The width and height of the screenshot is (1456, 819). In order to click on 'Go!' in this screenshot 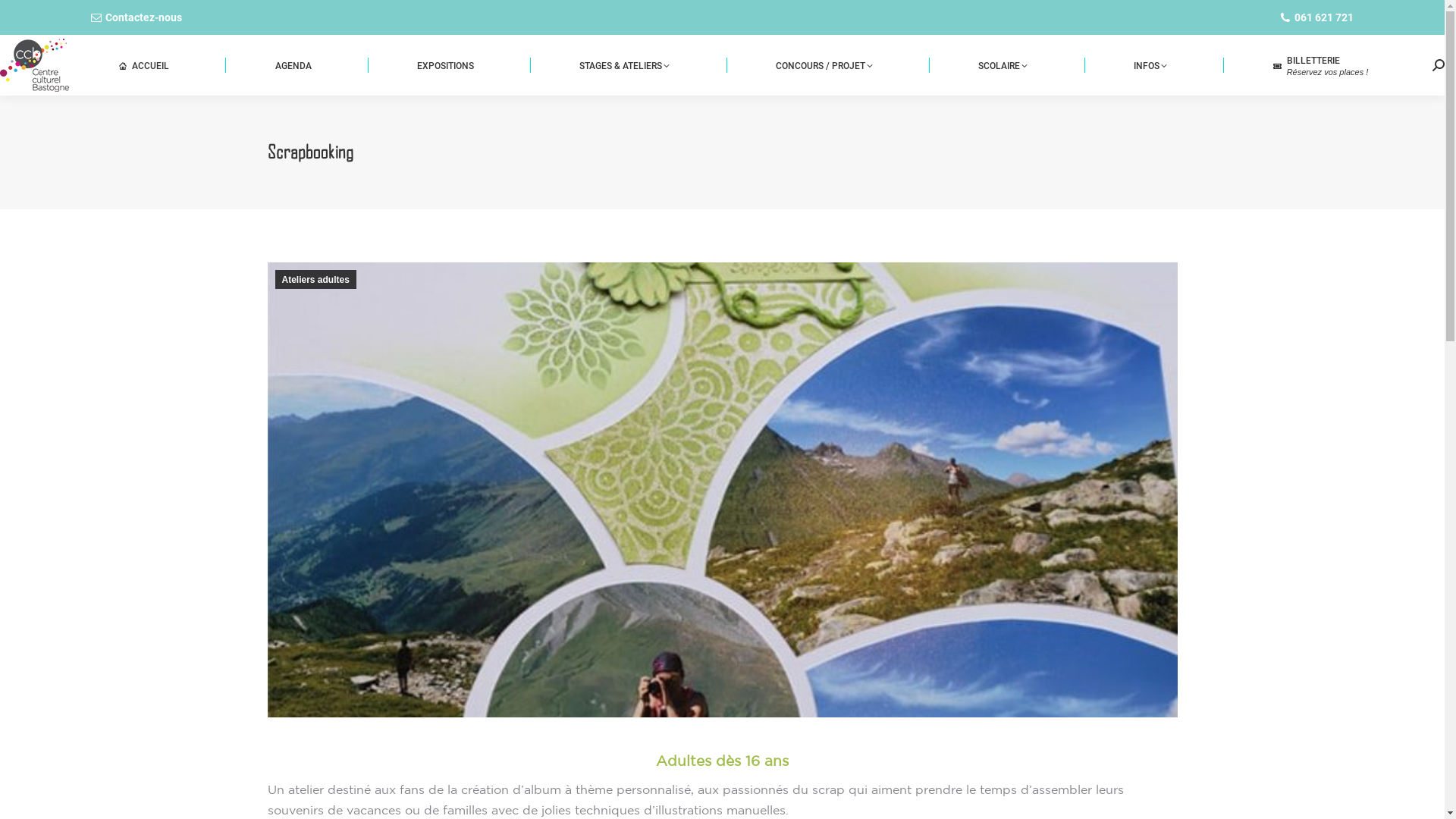, I will do `click(0, 17)`.